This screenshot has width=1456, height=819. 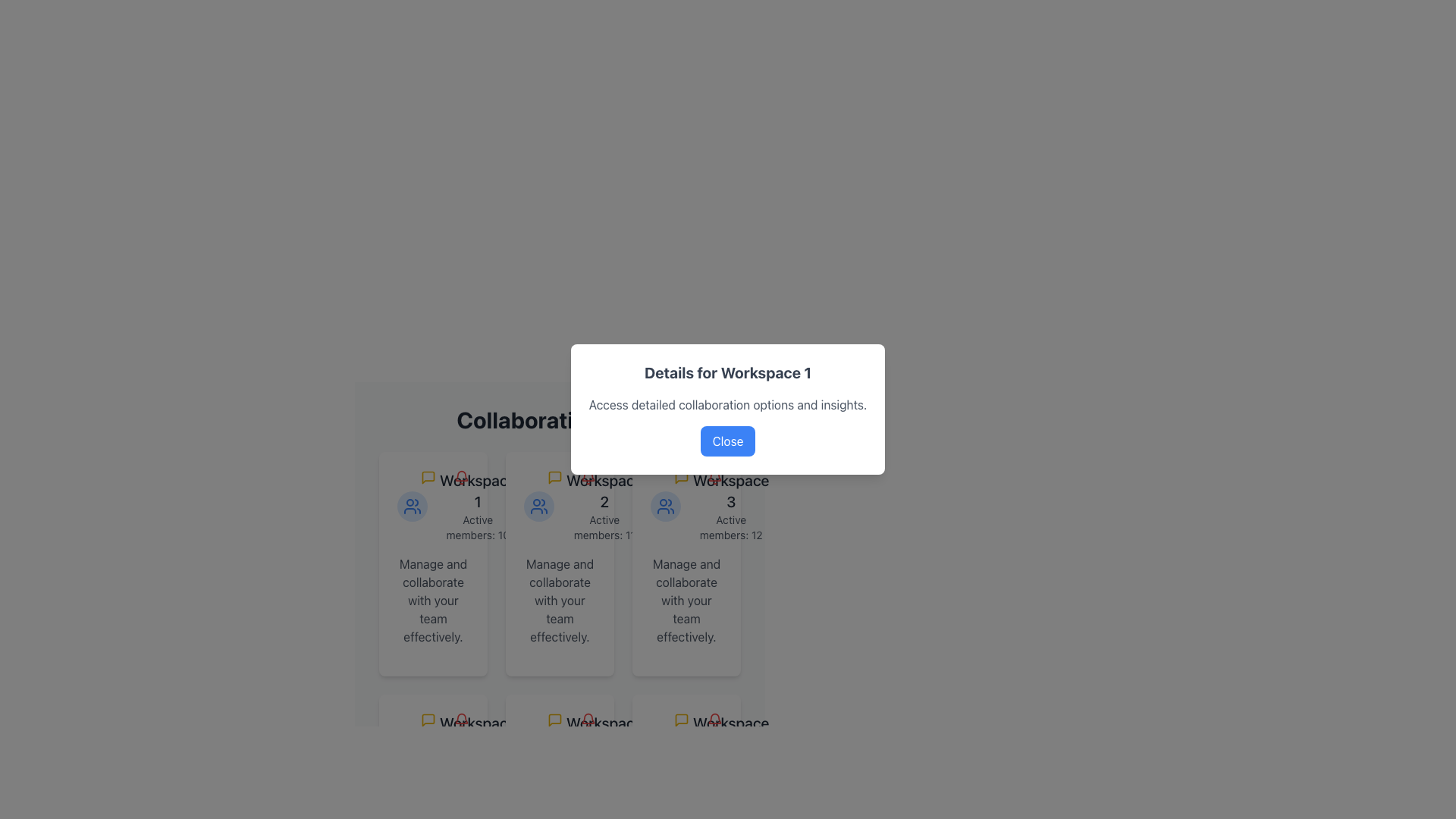 What do you see at coordinates (731, 526) in the screenshot?
I see `the Text Label displaying 'Active members: 12', which is located below the title 'Workspace 3' on the right-hand side of the interface` at bounding box center [731, 526].